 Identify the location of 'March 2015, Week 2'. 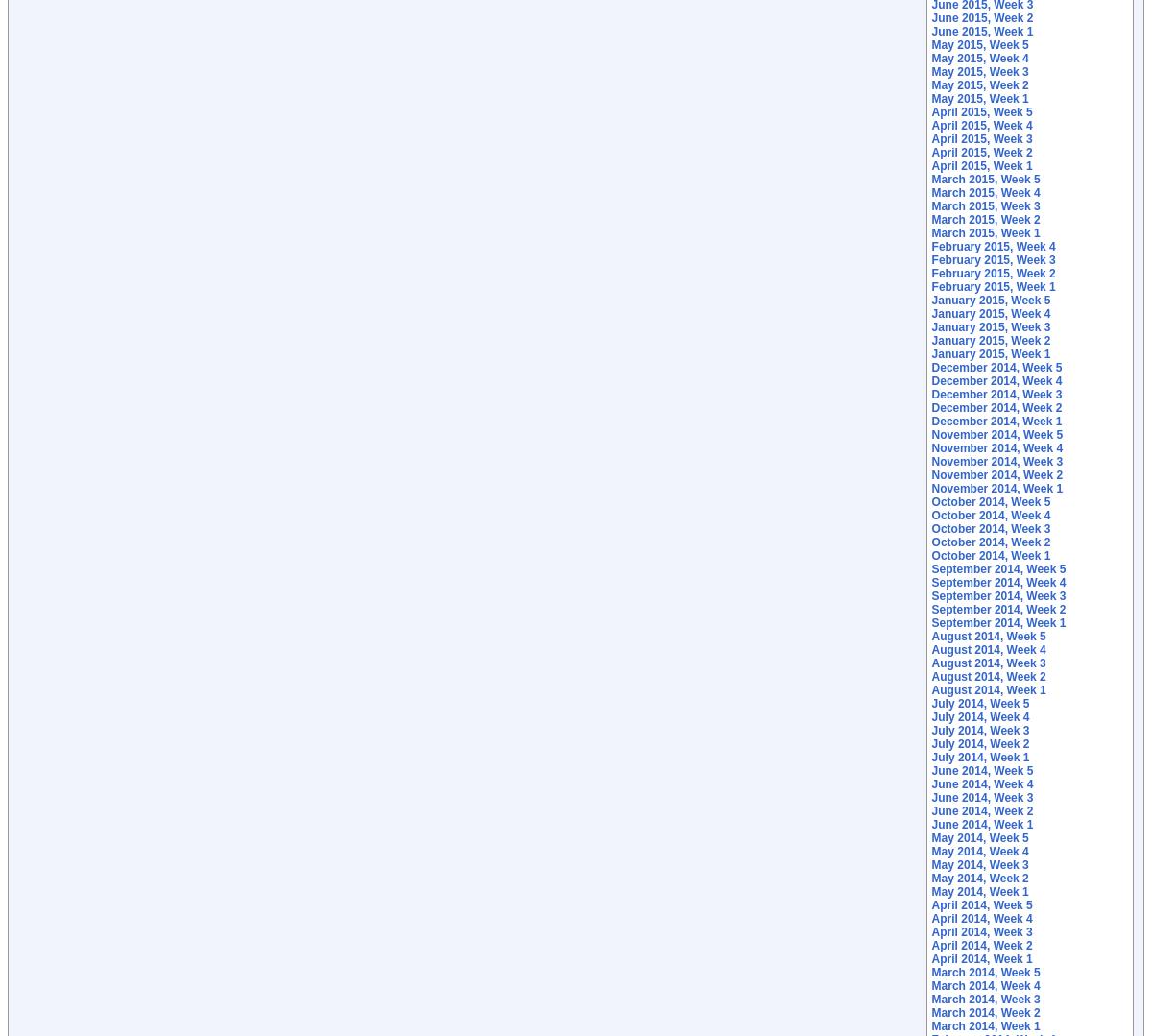
(985, 218).